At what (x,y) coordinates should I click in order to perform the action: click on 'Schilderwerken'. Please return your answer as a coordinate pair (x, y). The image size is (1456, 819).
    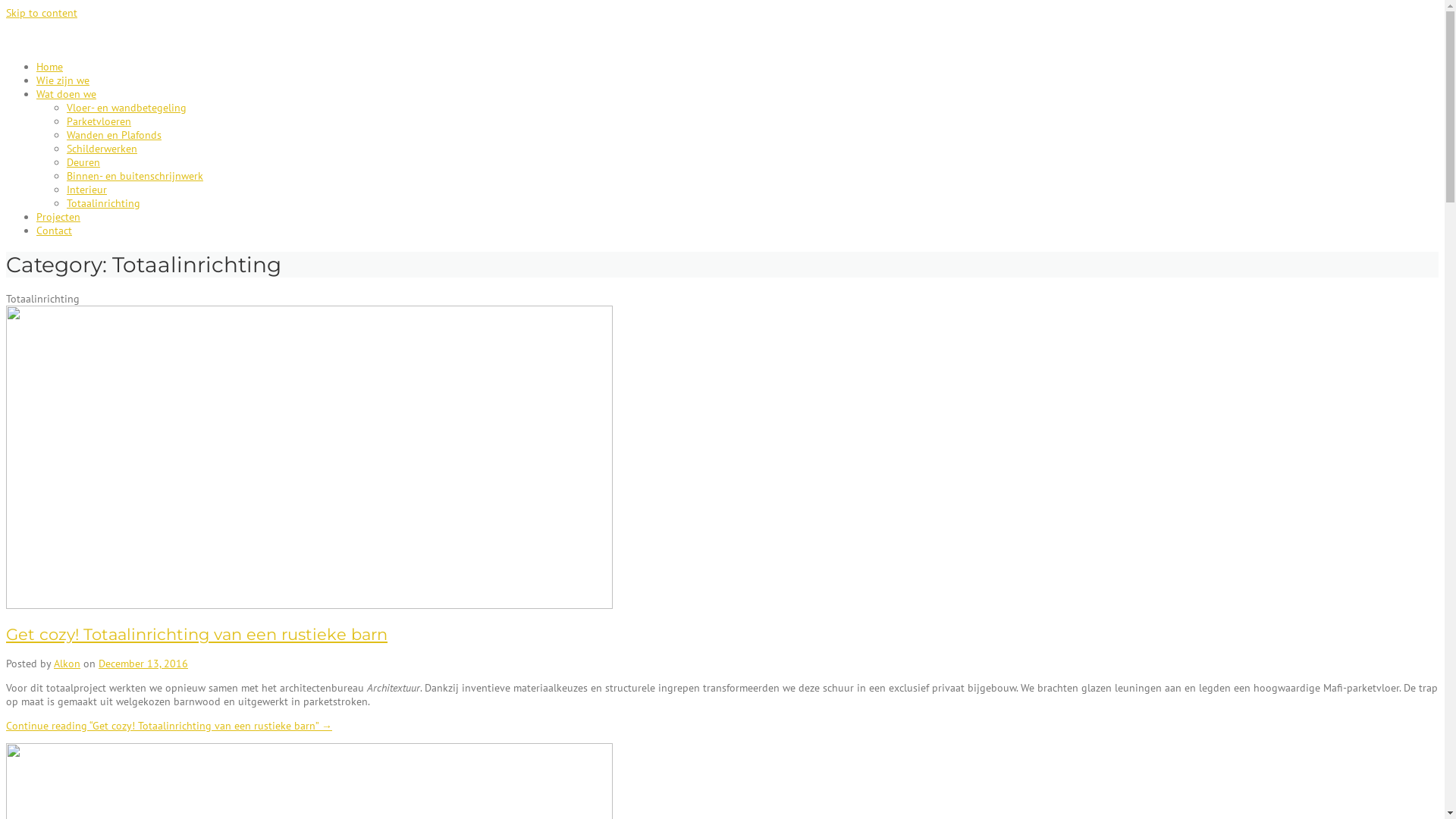
    Looking at the image, I should click on (101, 149).